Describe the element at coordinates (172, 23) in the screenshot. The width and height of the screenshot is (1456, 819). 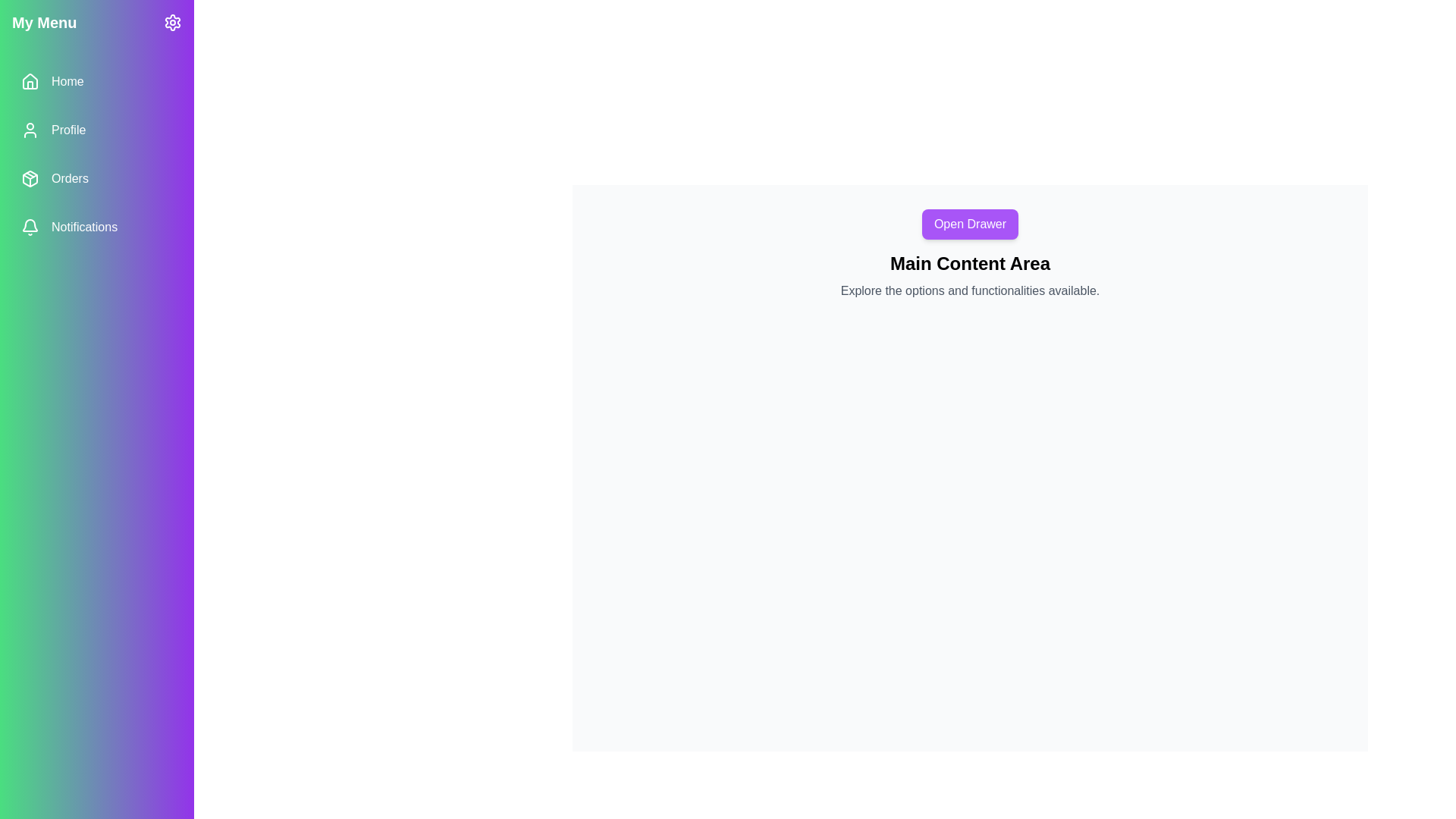
I see `the settings button to toggle the drawer visibility` at that location.